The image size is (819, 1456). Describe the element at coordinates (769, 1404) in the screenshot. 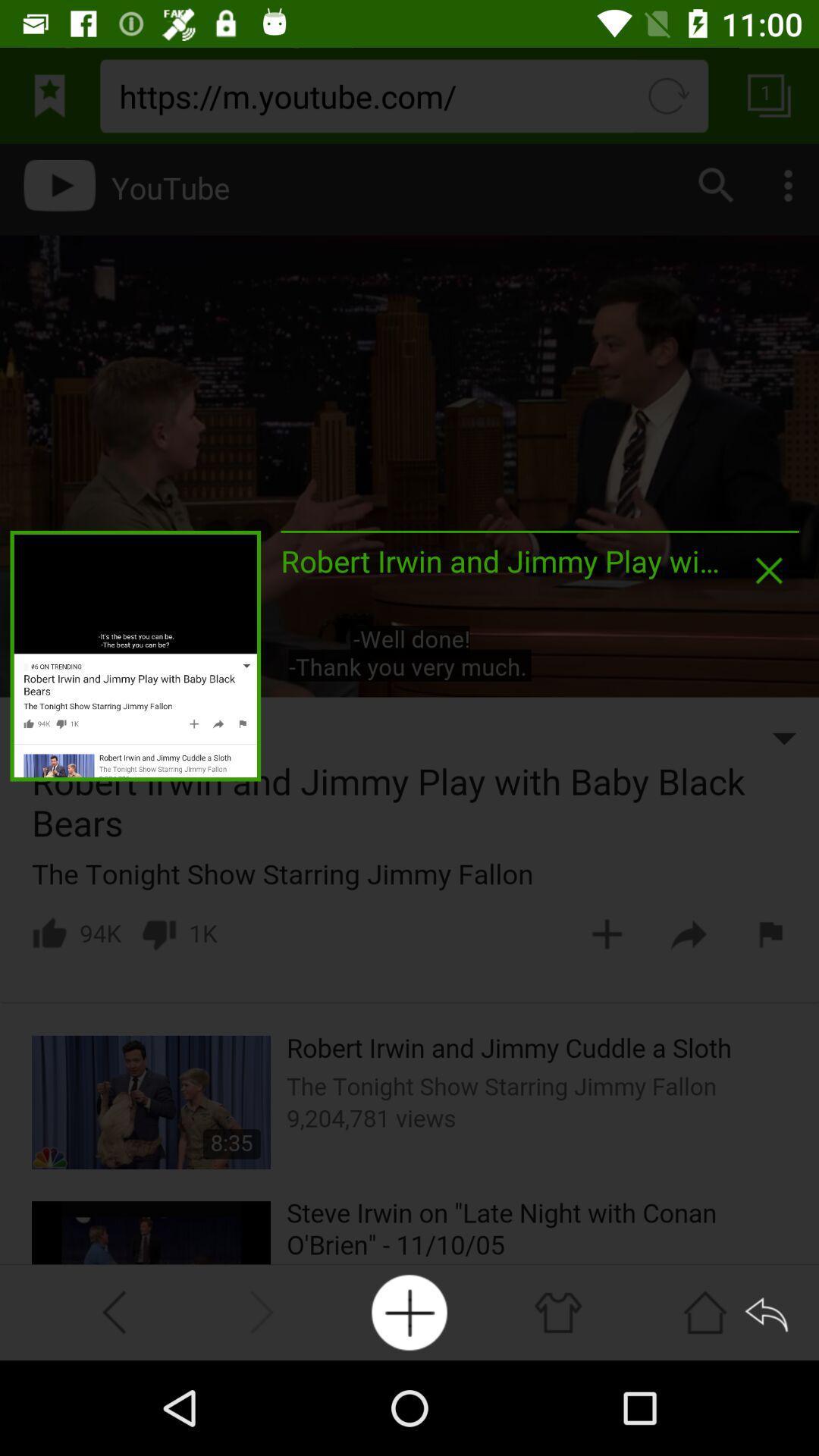

I see `the reply icon` at that location.